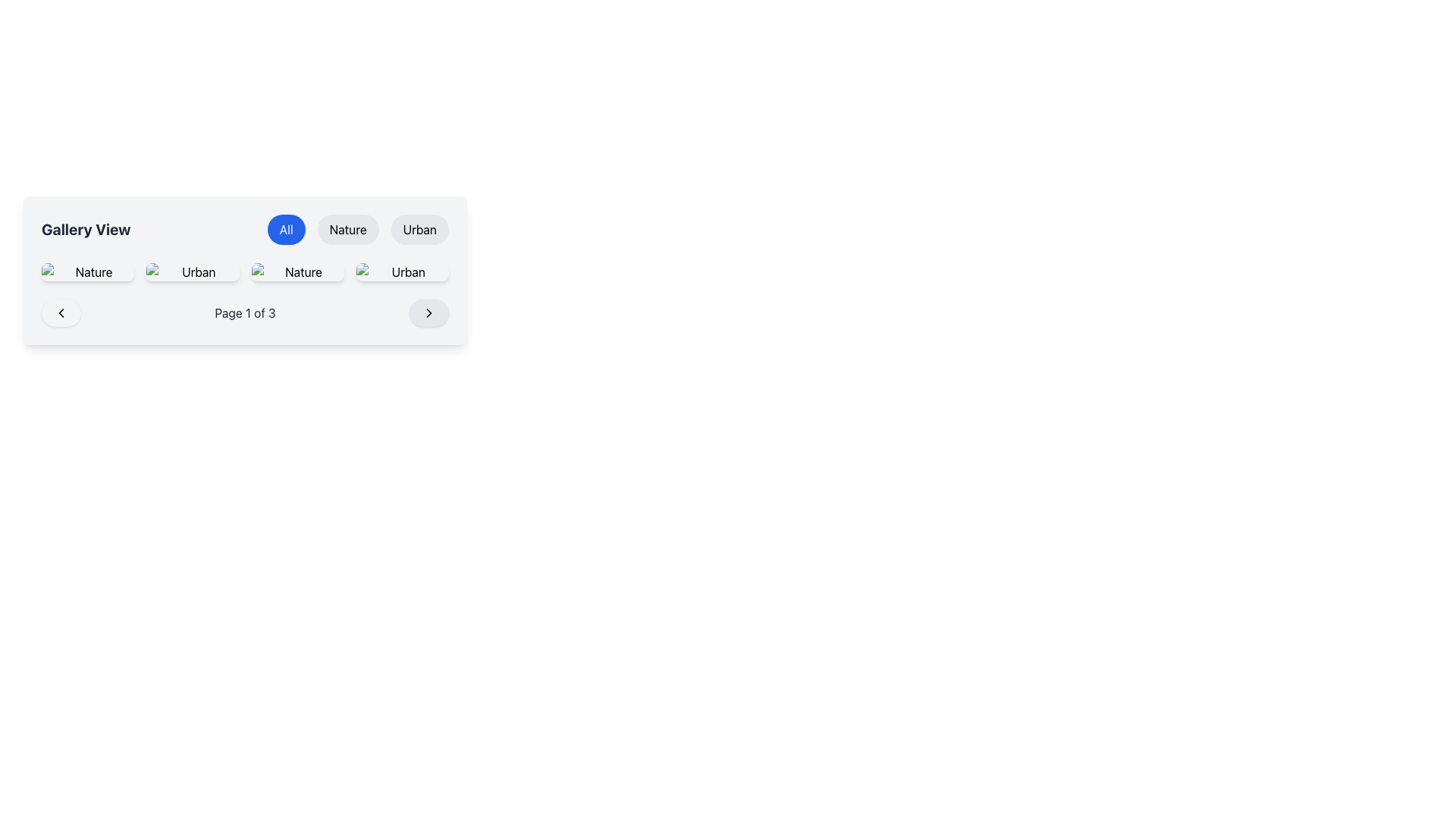  What do you see at coordinates (402, 271) in the screenshot?
I see `the 'Urban' interactive card component in the gallery view` at bounding box center [402, 271].